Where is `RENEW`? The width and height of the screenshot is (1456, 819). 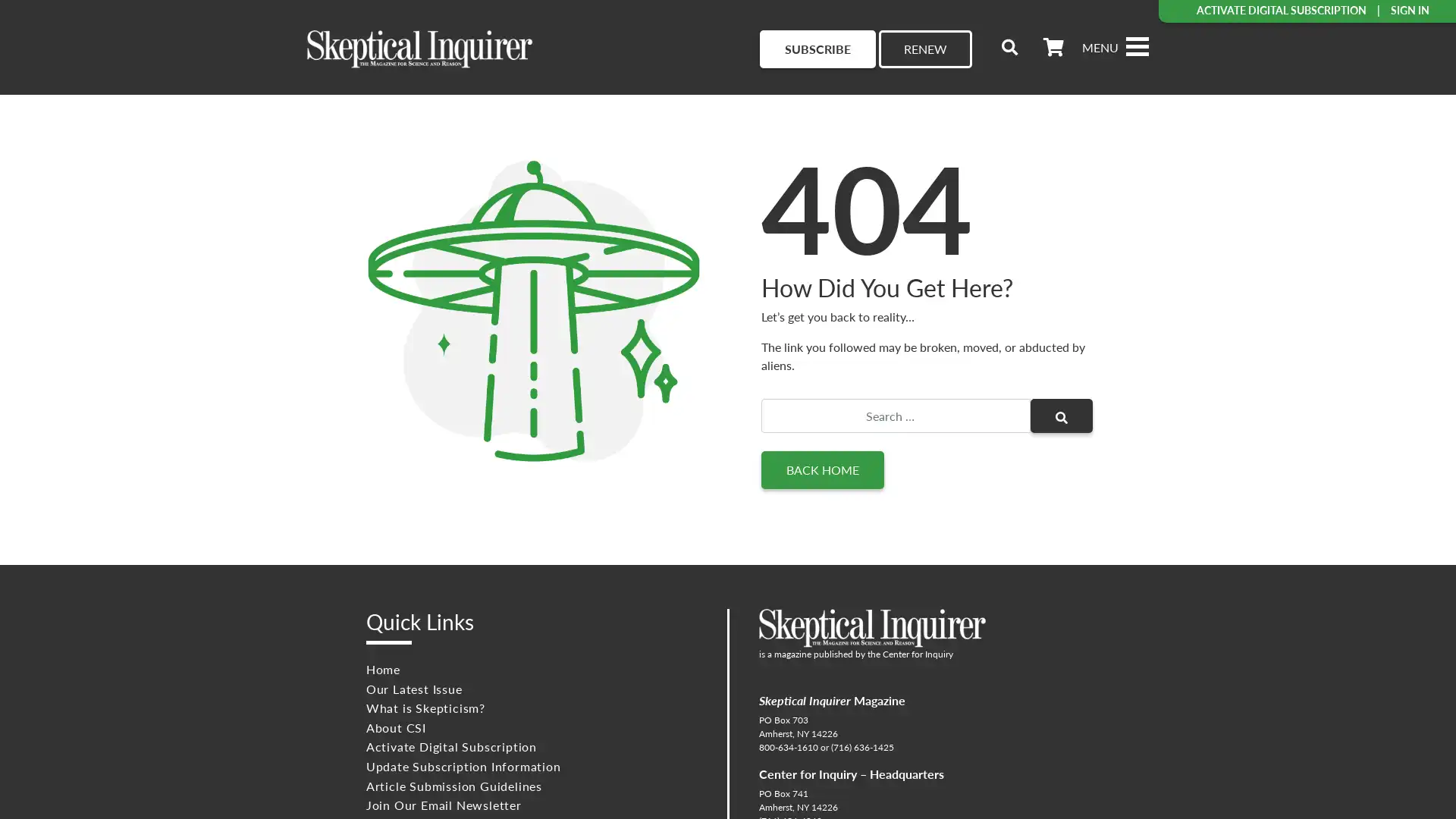 RENEW is located at coordinates (924, 49).